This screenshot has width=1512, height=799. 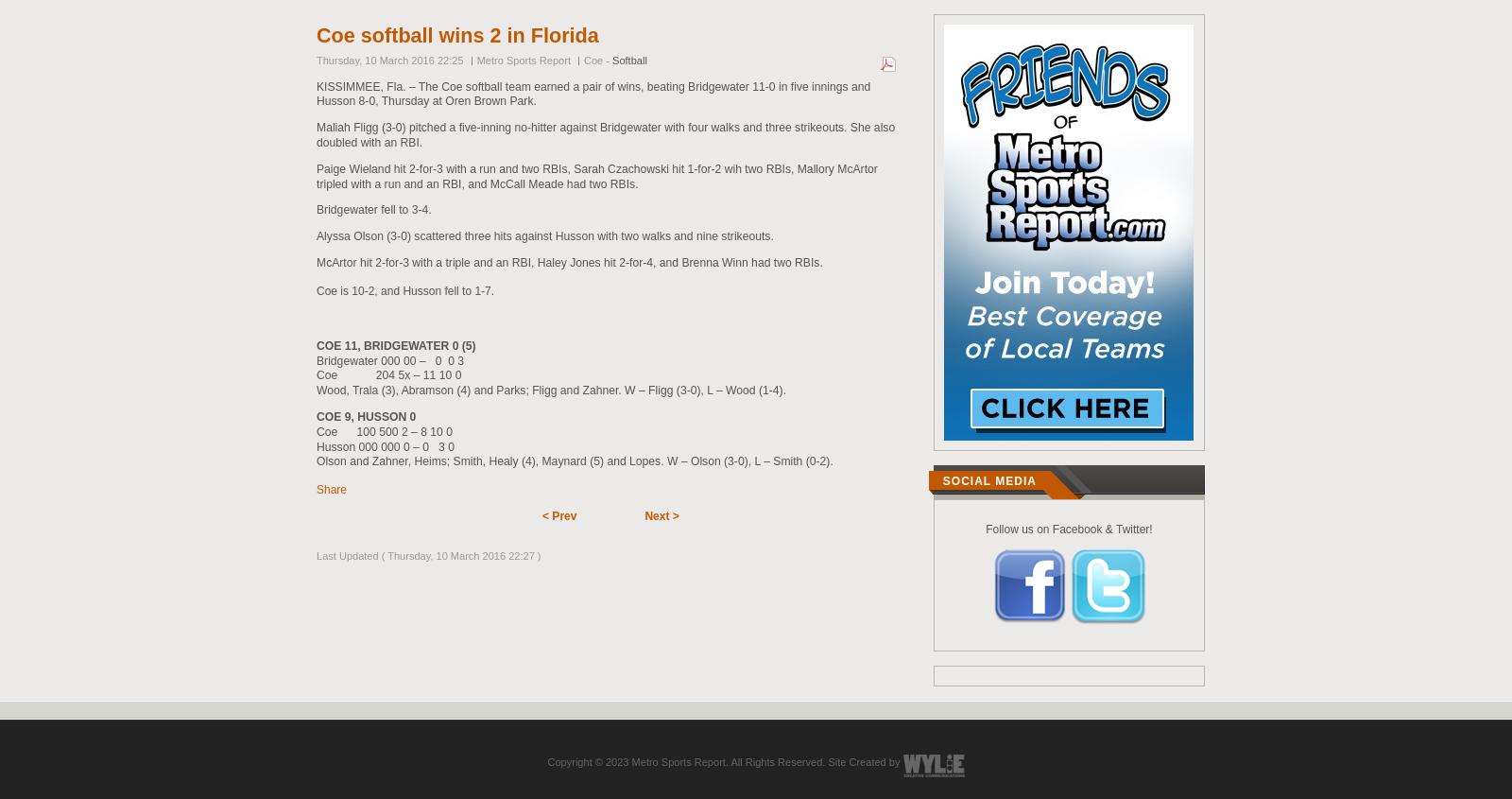 What do you see at coordinates (384, 446) in the screenshot?
I see `'Husson 000 000 0 – 0   3 0'` at bounding box center [384, 446].